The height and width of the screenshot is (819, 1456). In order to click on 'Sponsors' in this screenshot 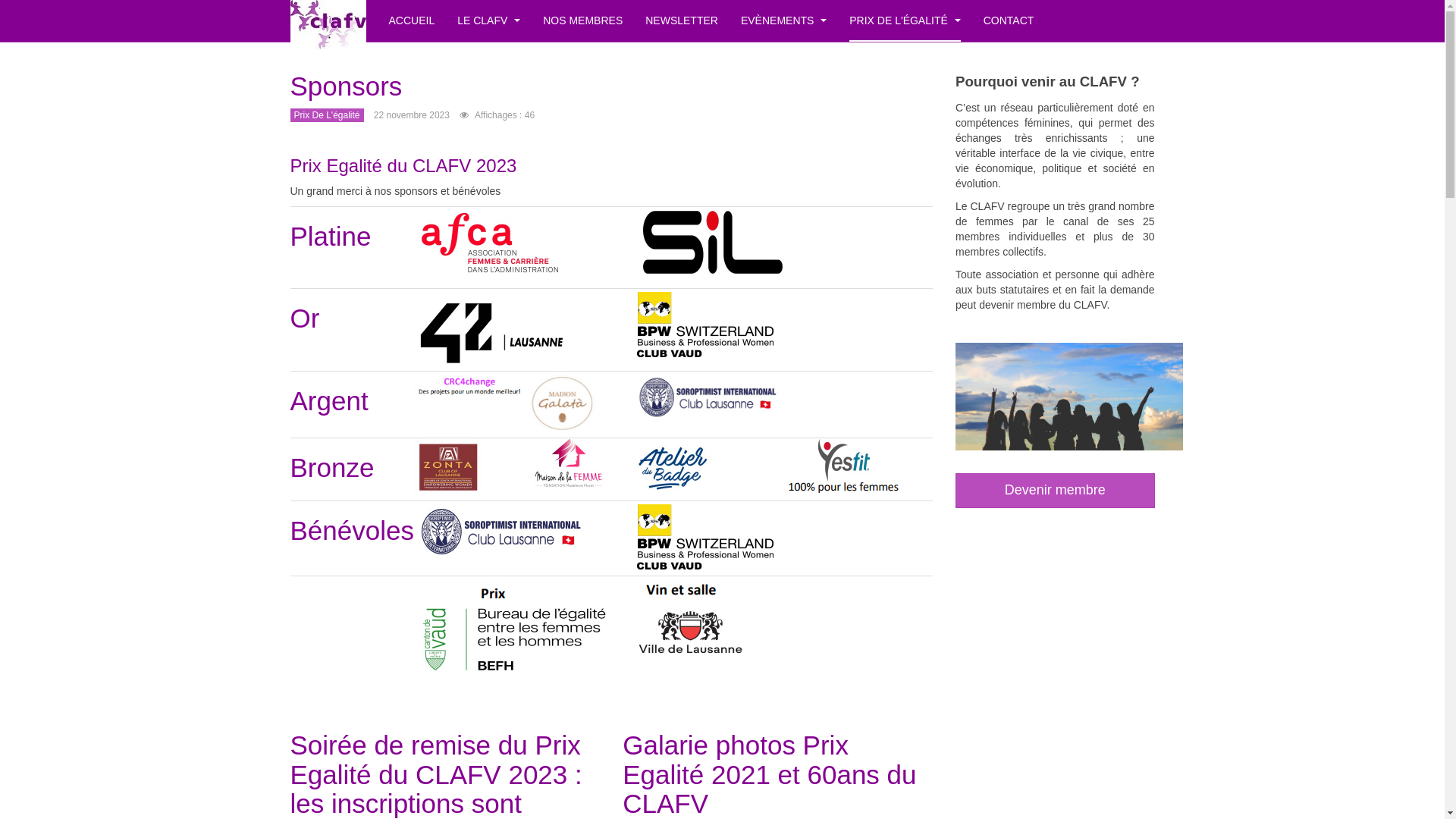, I will do `click(345, 86)`.